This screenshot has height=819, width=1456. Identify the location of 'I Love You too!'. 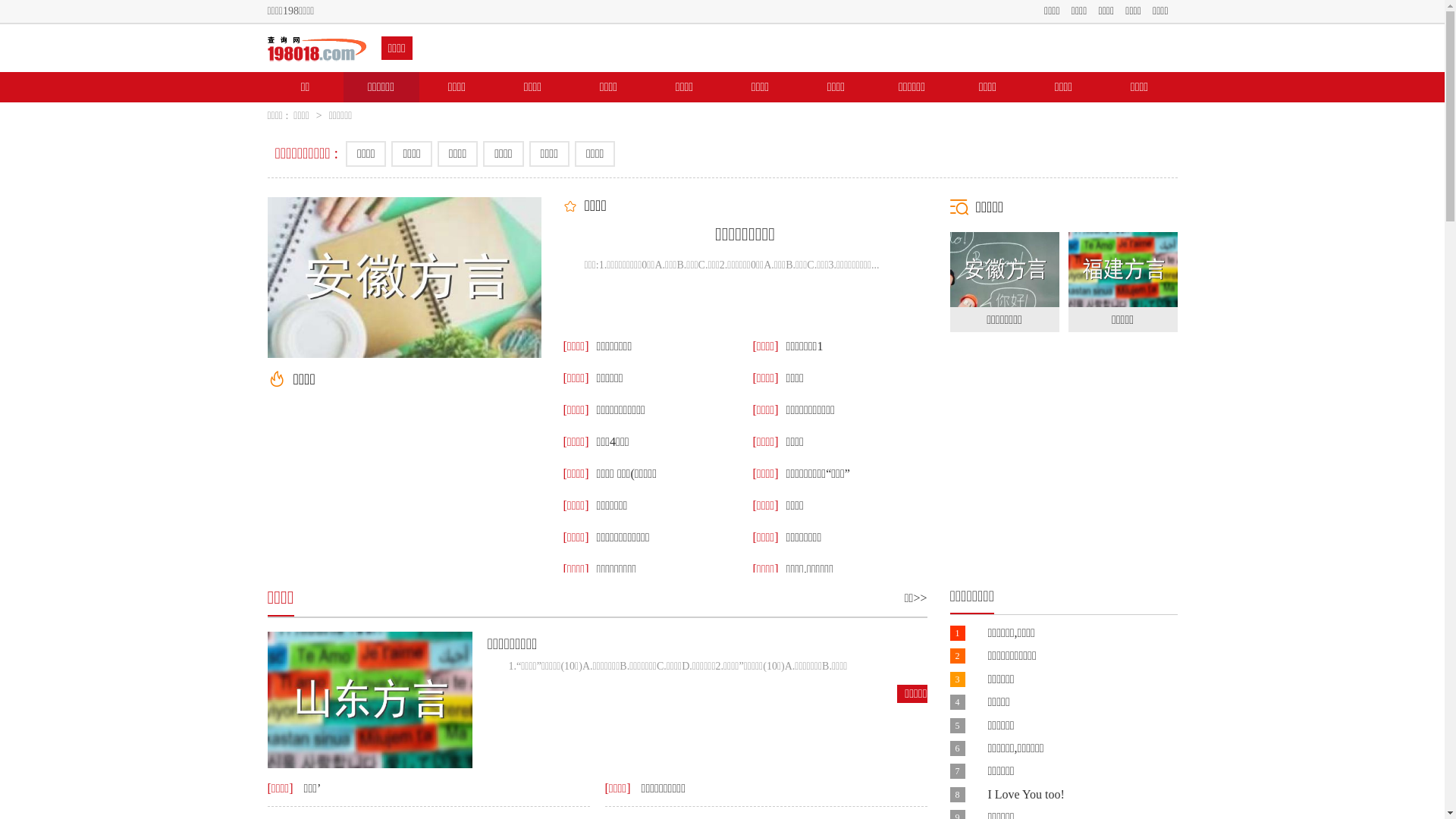
(1025, 793).